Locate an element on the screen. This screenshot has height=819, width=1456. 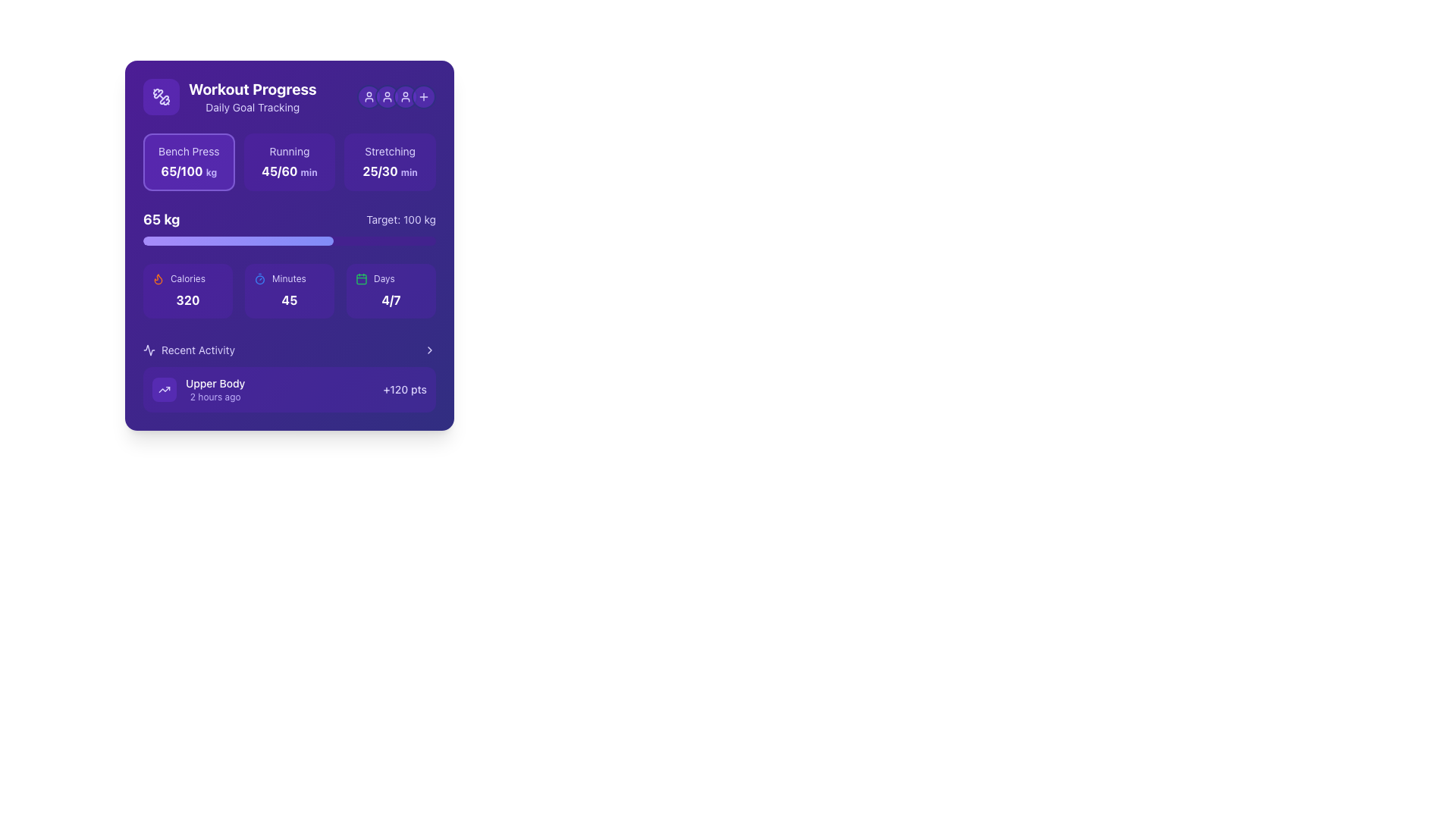
the Activity Update Row displaying 'Upper Body' activity, which shows '2 hours ago' and '+120 pts' is located at coordinates (290, 376).